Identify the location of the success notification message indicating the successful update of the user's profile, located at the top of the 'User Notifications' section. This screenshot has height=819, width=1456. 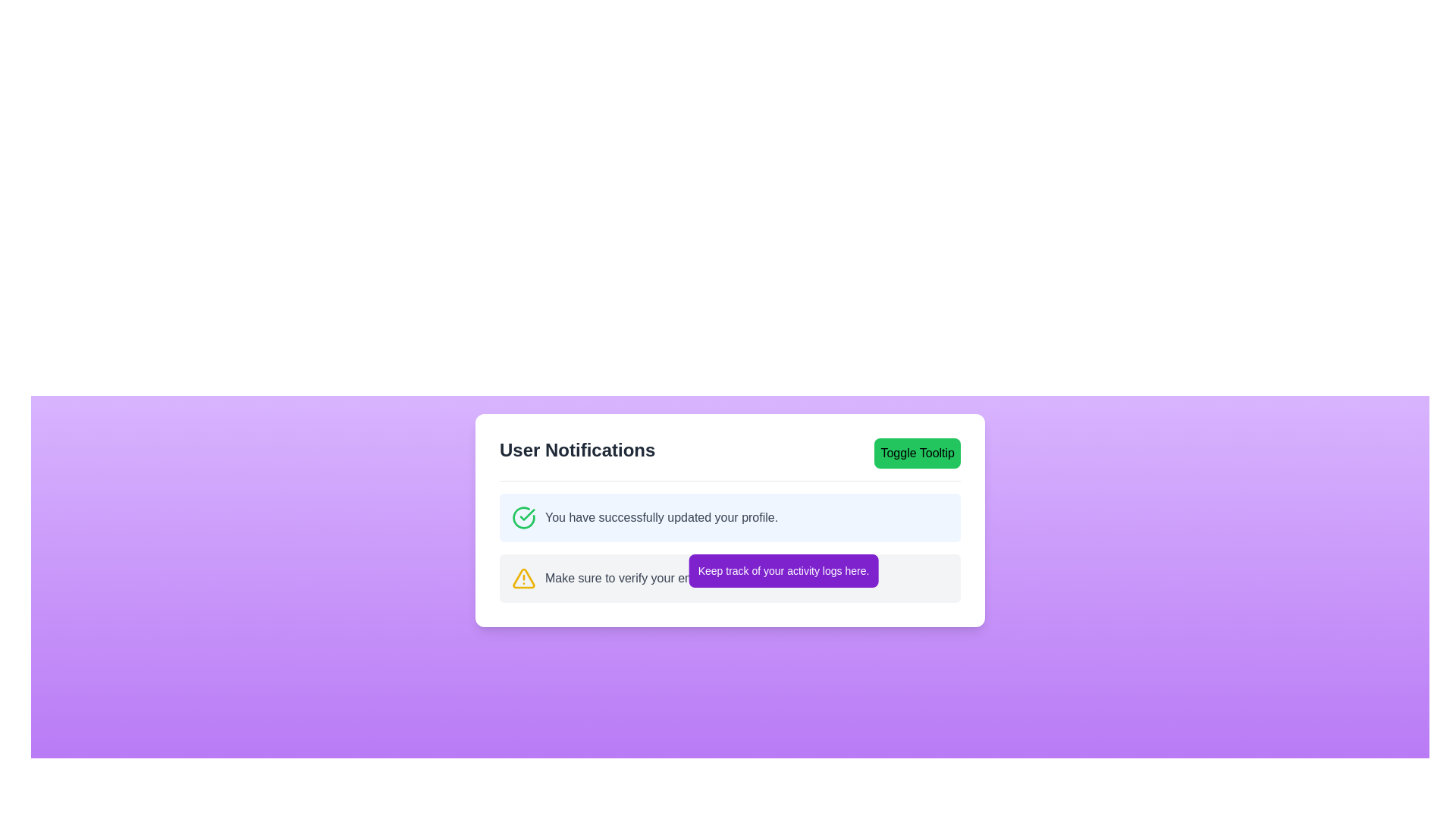
(645, 516).